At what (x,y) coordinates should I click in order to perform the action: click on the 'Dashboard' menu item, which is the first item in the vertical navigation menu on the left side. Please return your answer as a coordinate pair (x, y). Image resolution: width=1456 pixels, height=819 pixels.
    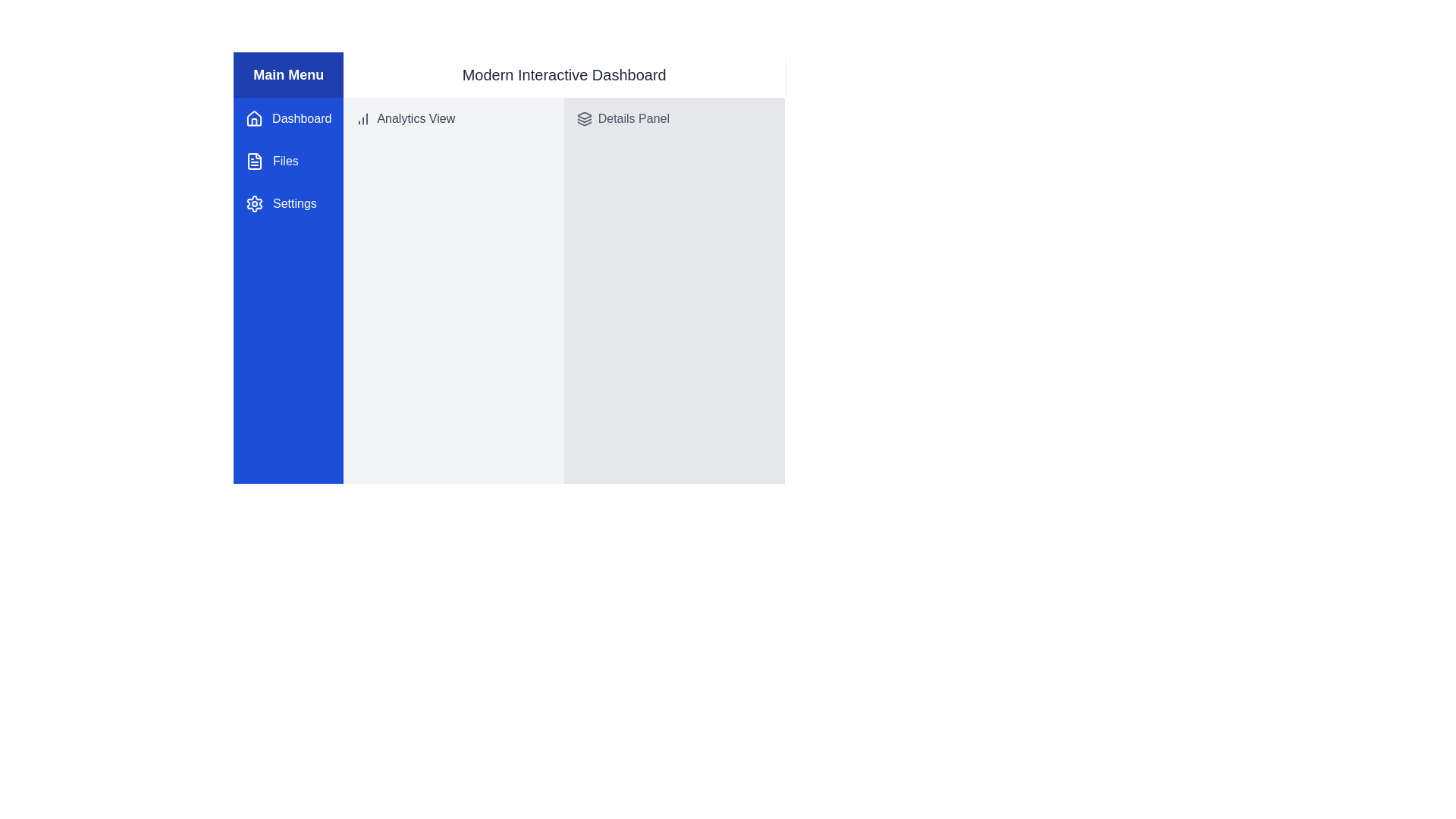
    Looking at the image, I should click on (288, 118).